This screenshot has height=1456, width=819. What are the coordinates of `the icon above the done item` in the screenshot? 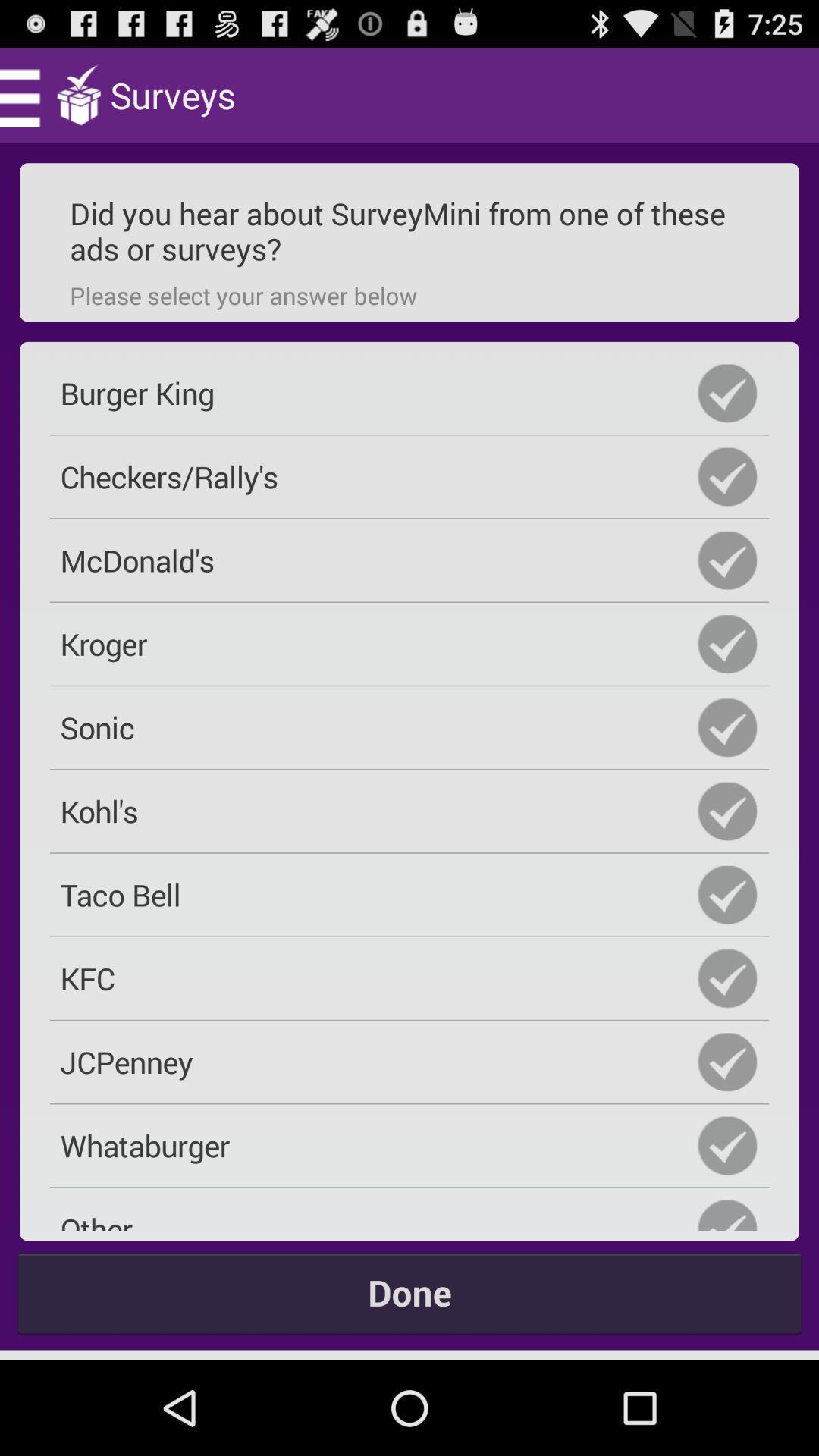 It's located at (409, 1214).